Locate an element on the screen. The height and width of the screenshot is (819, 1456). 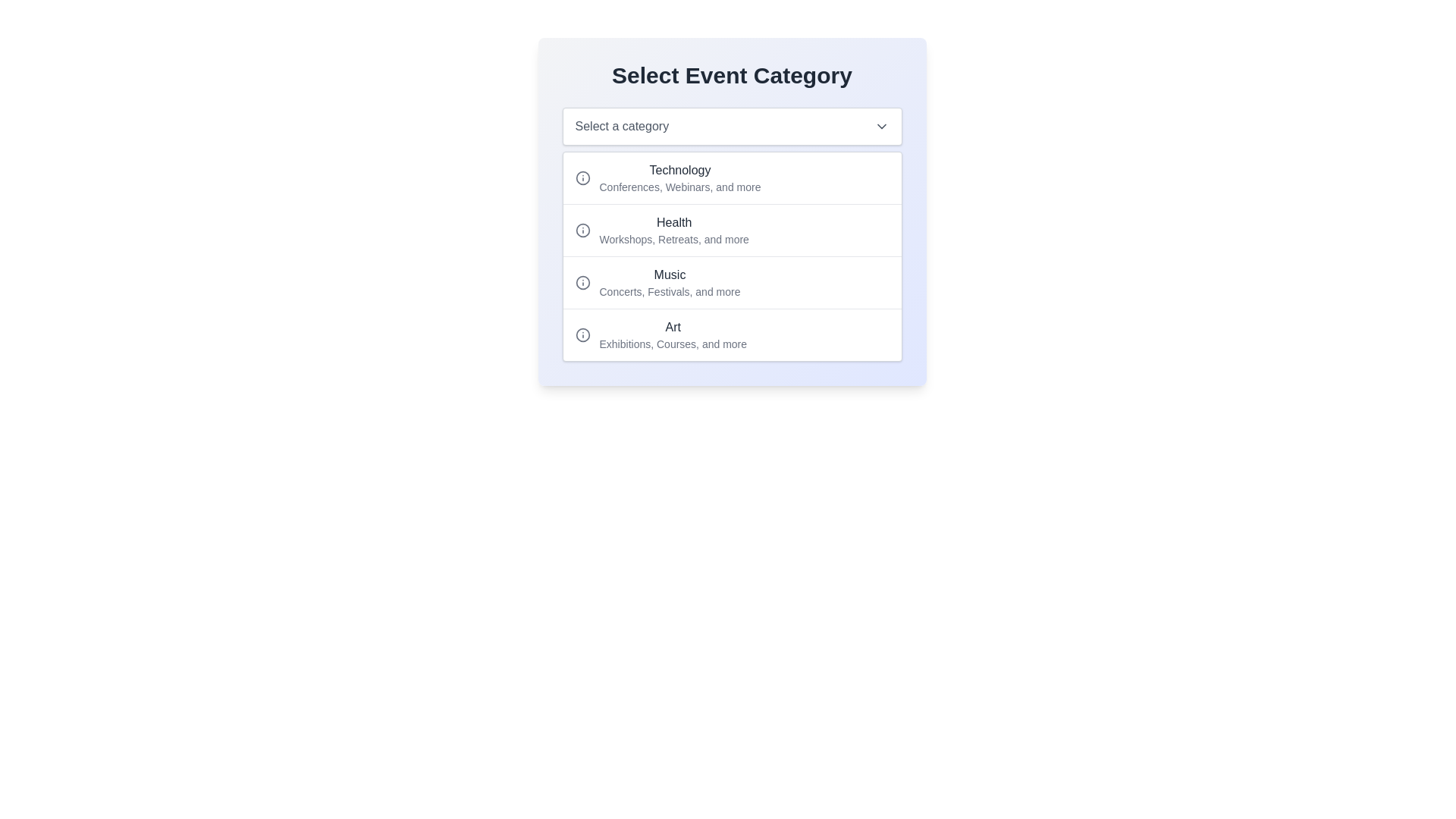
the second clickable list item labeled 'Health', which has an information icon and text describing workshops and retreats is located at coordinates (732, 230).